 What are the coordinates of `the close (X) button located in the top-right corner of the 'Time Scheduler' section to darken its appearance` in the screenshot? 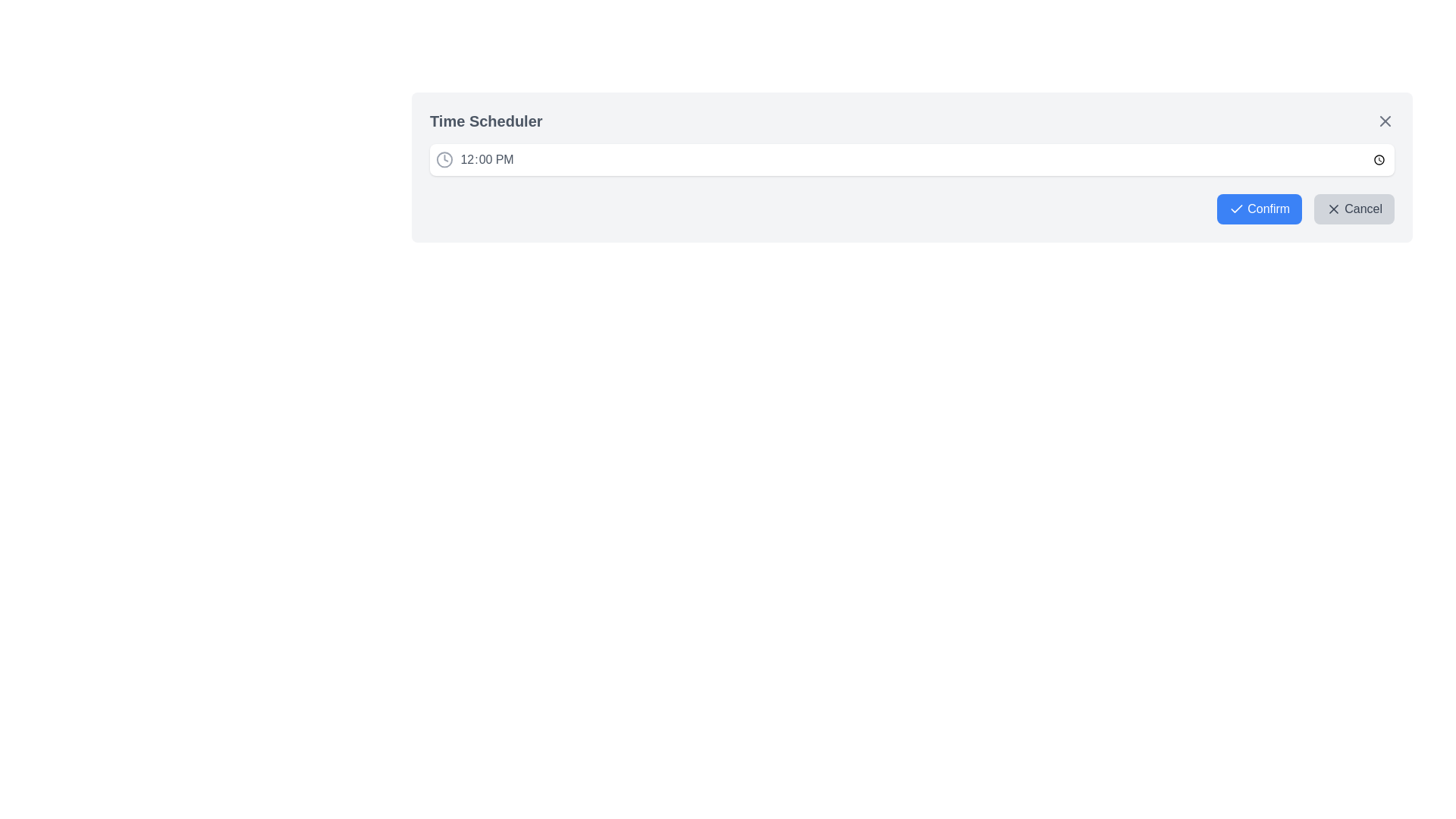 It's located at (1385, 120).